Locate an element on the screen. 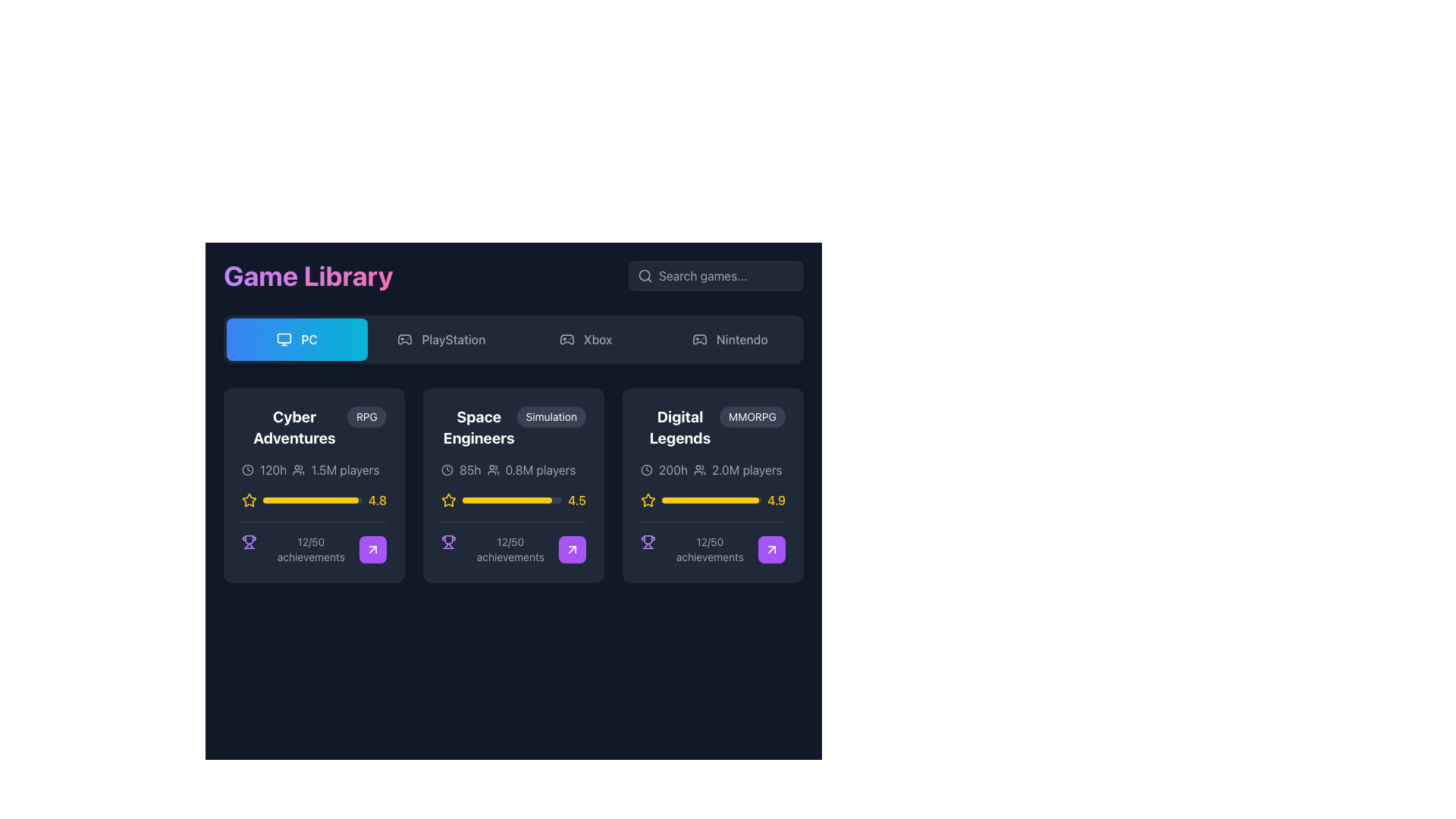 The image size is (1456, 819). the numeric text label '4.5' styled in a bold yellow font, located at the bottom-right of the 'Space Engineers' card, following a yellow progress bar is located at coordinates (576, 500).